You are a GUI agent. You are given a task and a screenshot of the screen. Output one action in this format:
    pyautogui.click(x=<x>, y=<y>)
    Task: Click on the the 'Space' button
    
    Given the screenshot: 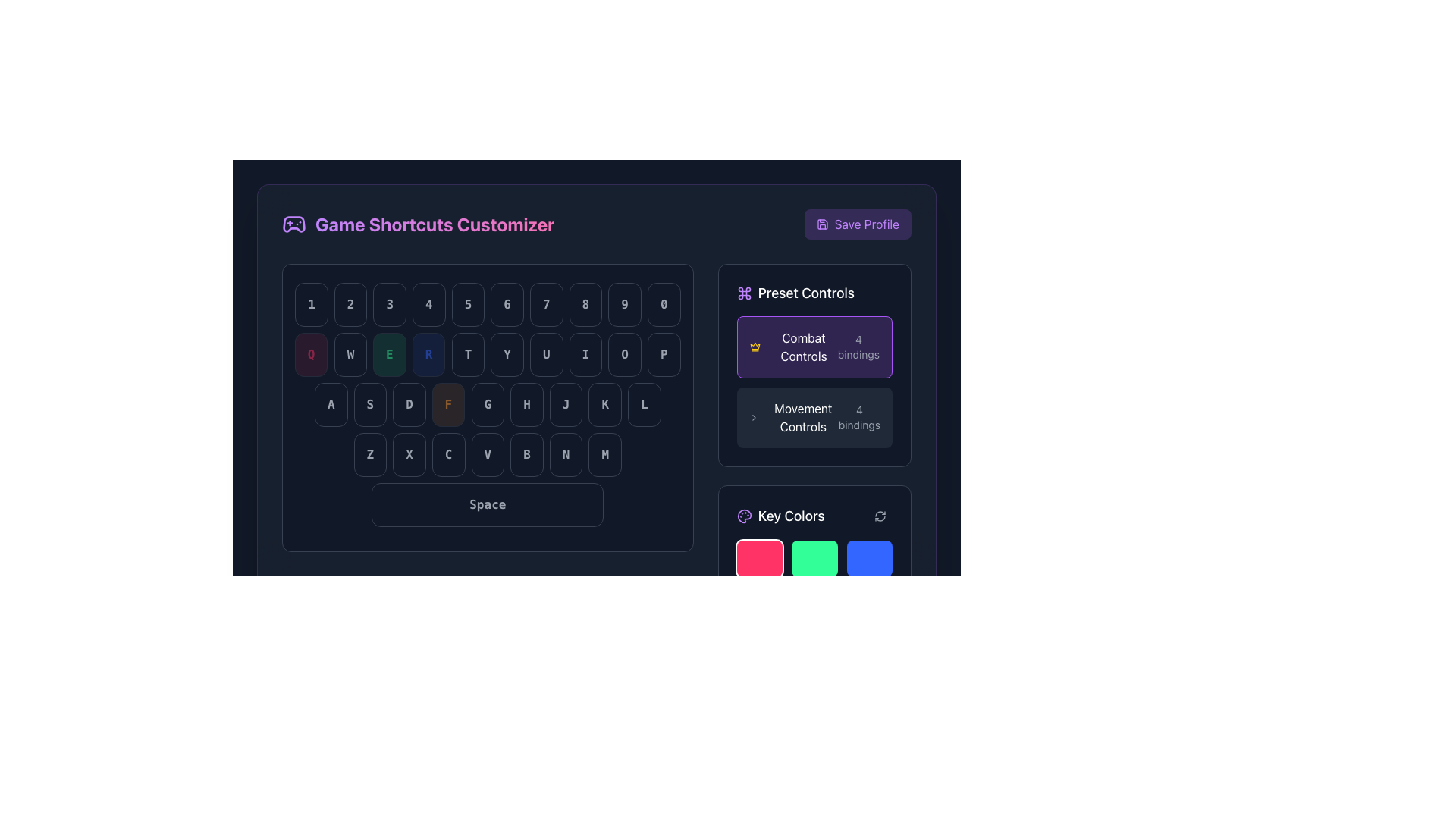 What is the action you would take?
    pyautogui.click(x=488, y=505)
    